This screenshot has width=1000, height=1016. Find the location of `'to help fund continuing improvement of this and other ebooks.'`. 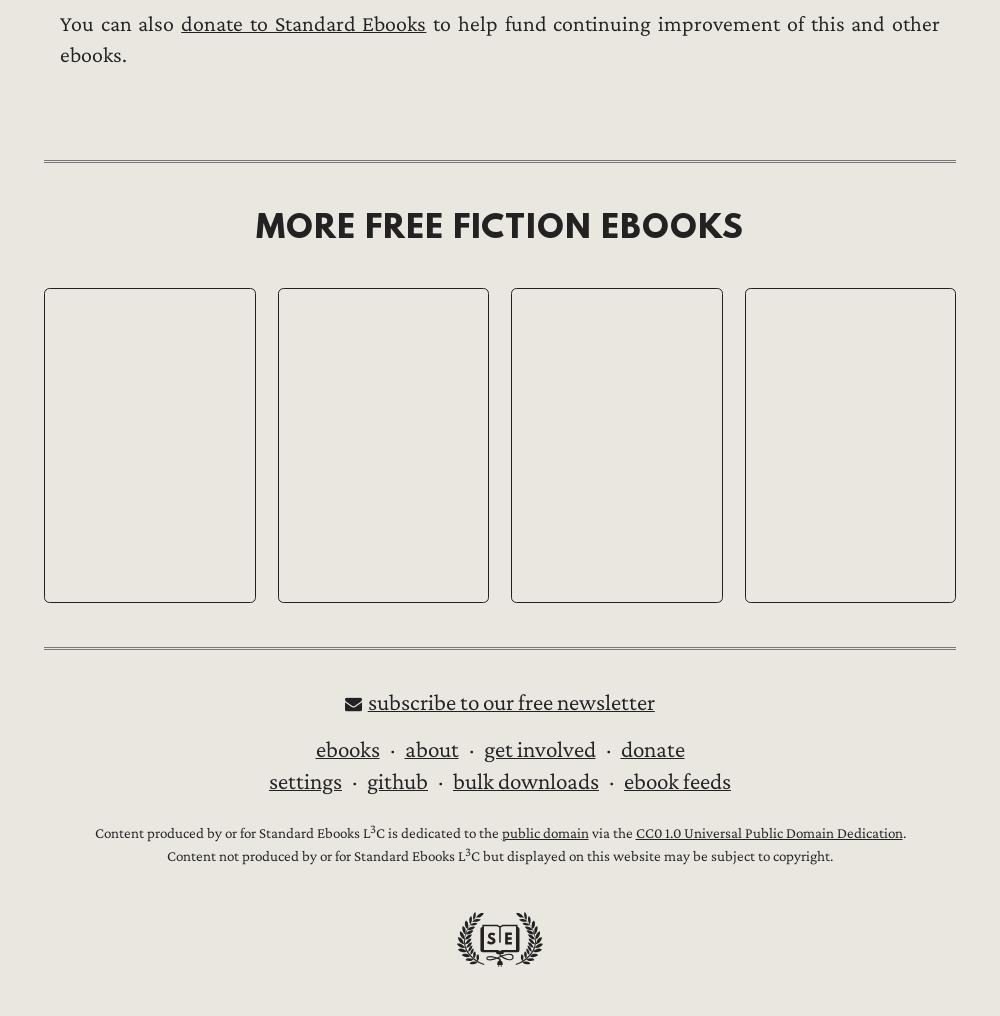

'to help fund continuing improvement of this and other ebooks.' is located at coordinates (500, 39).